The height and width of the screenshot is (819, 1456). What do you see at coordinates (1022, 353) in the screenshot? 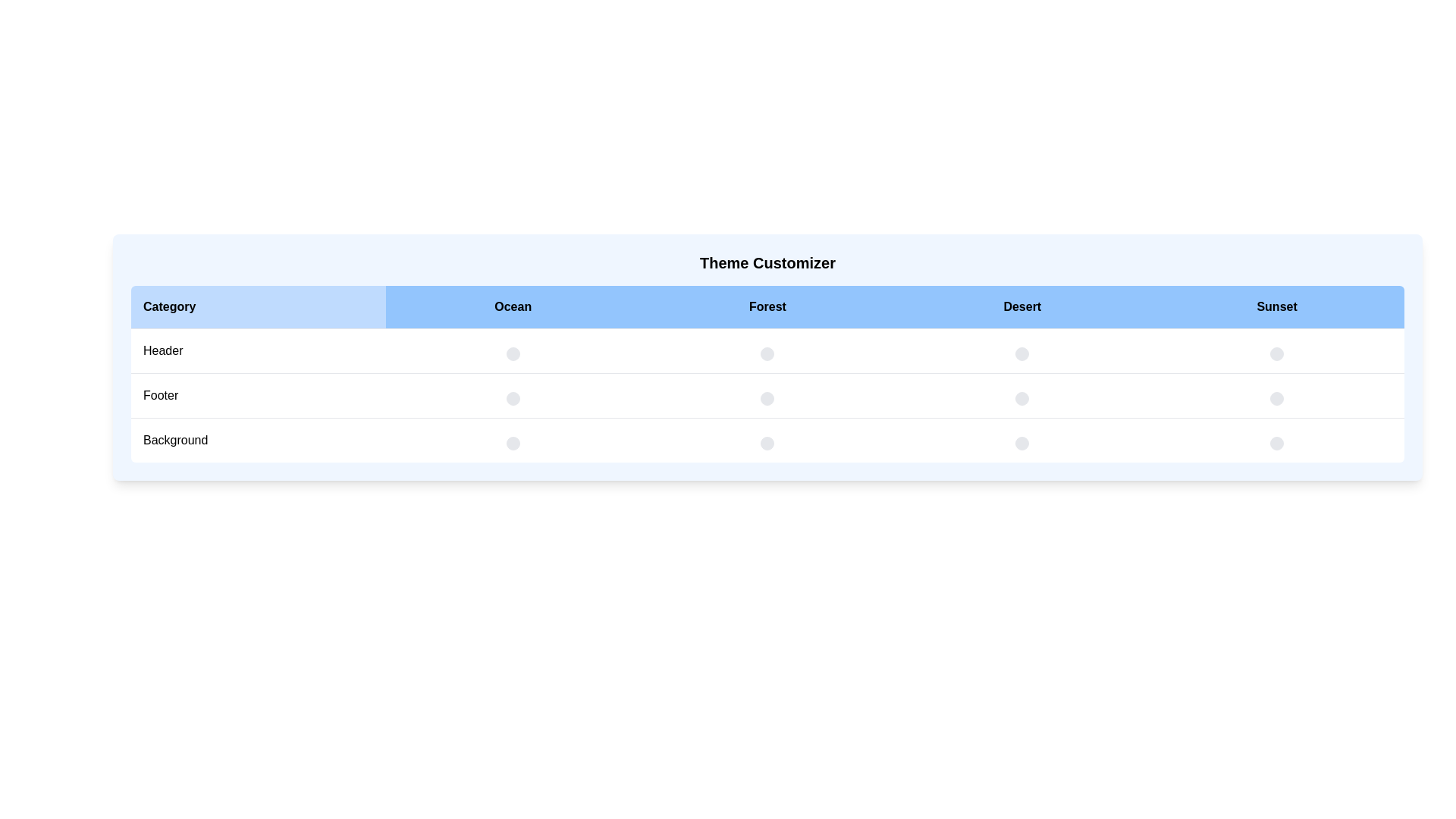
I see `the button in the first row under the 'Desert' column` at bounding box center [1022, 353].